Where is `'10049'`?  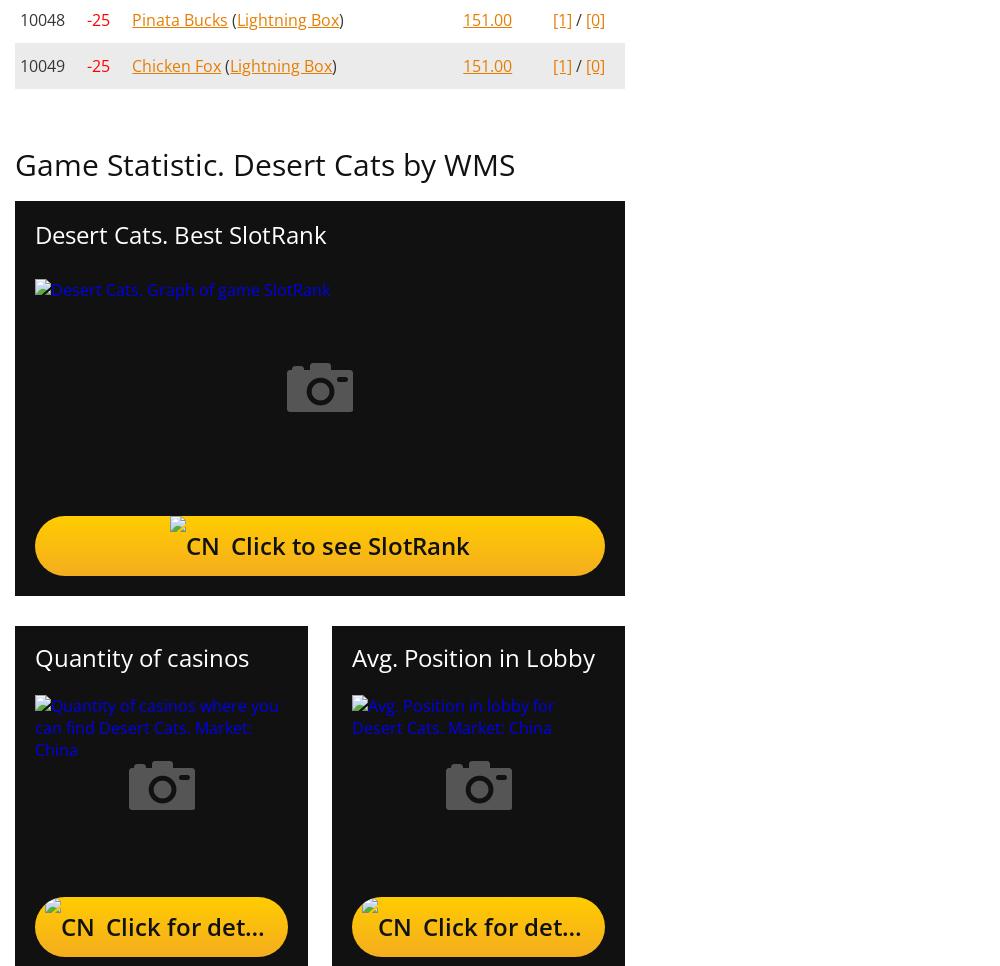 '10049' is located at coordinates (42, 65).